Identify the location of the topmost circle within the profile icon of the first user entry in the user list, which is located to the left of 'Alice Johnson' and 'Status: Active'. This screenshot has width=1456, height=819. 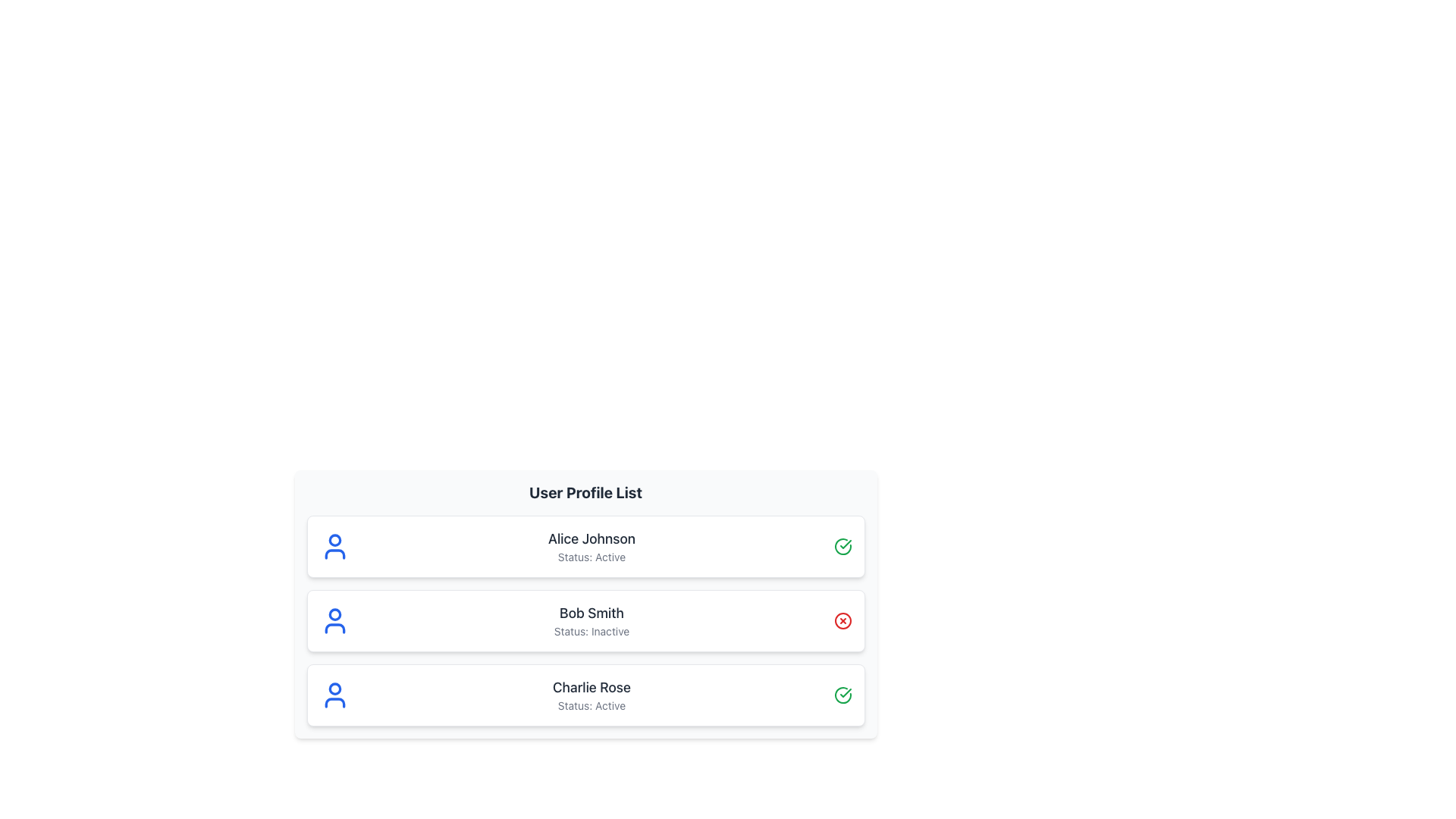
(334, 539).